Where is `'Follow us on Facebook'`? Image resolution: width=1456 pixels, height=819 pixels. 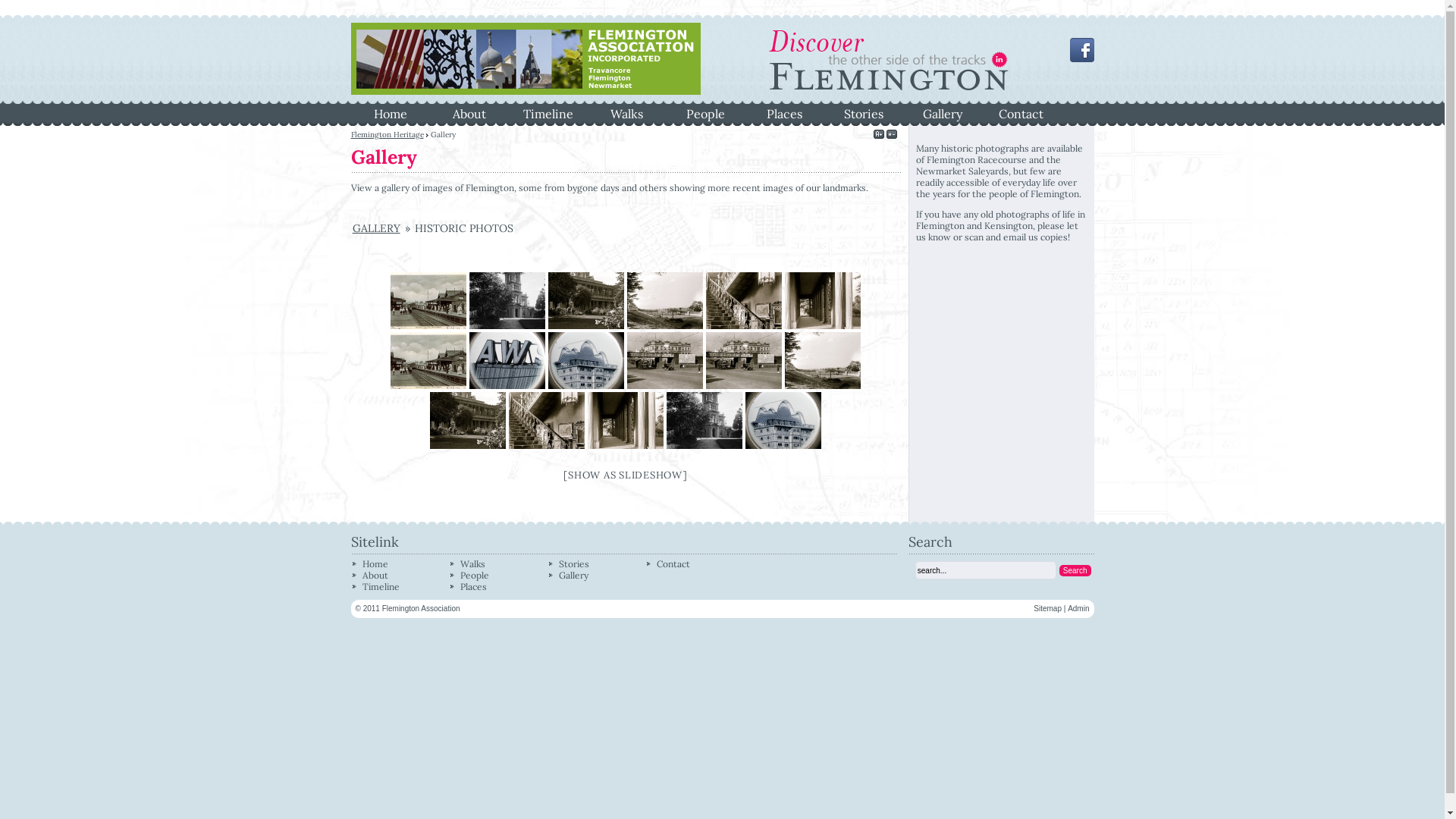
'Follow us on Facebook' is located at coordinates (1080, 58).